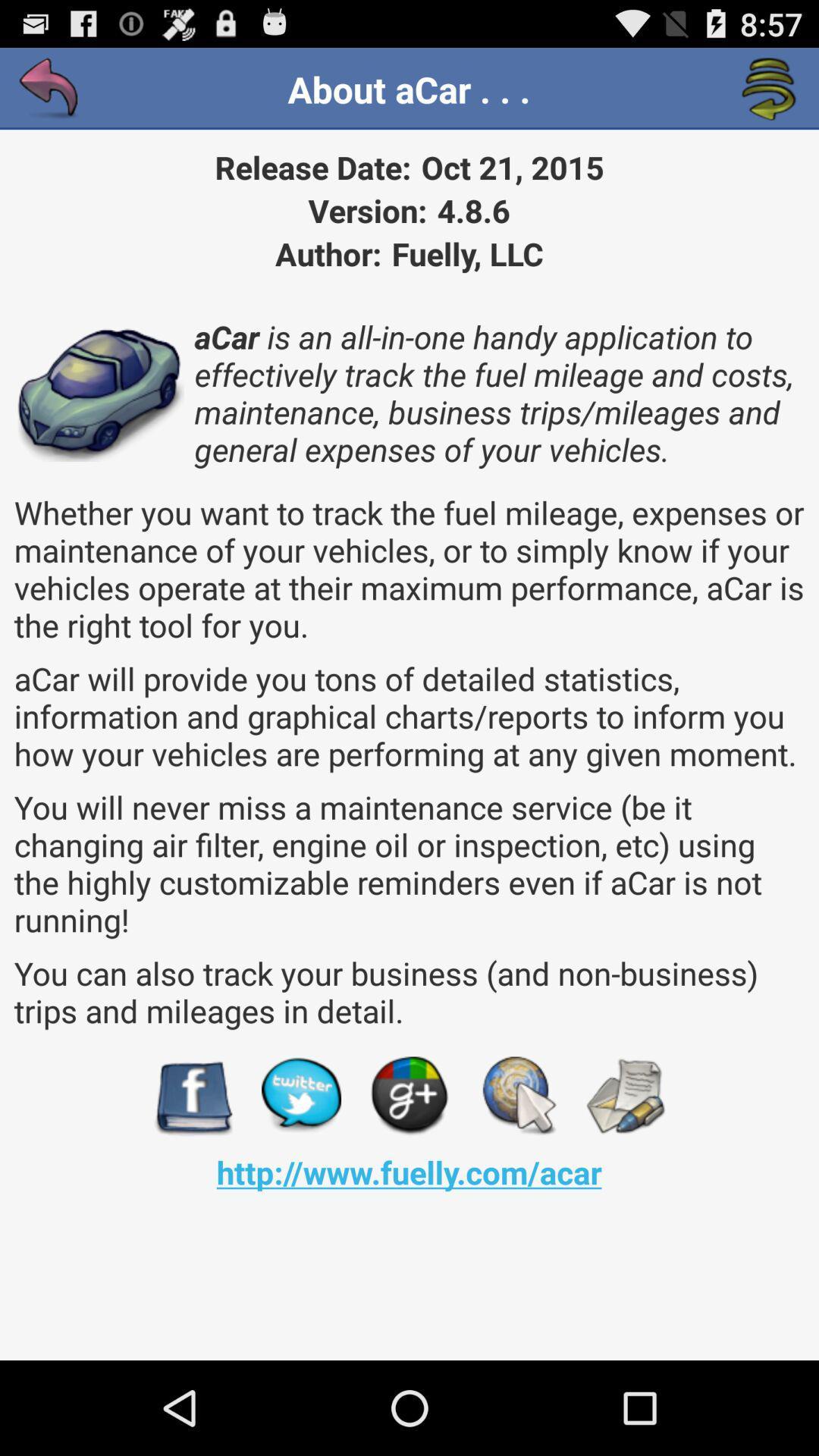  I want to click on visit facebook page, so click(192, 1096).